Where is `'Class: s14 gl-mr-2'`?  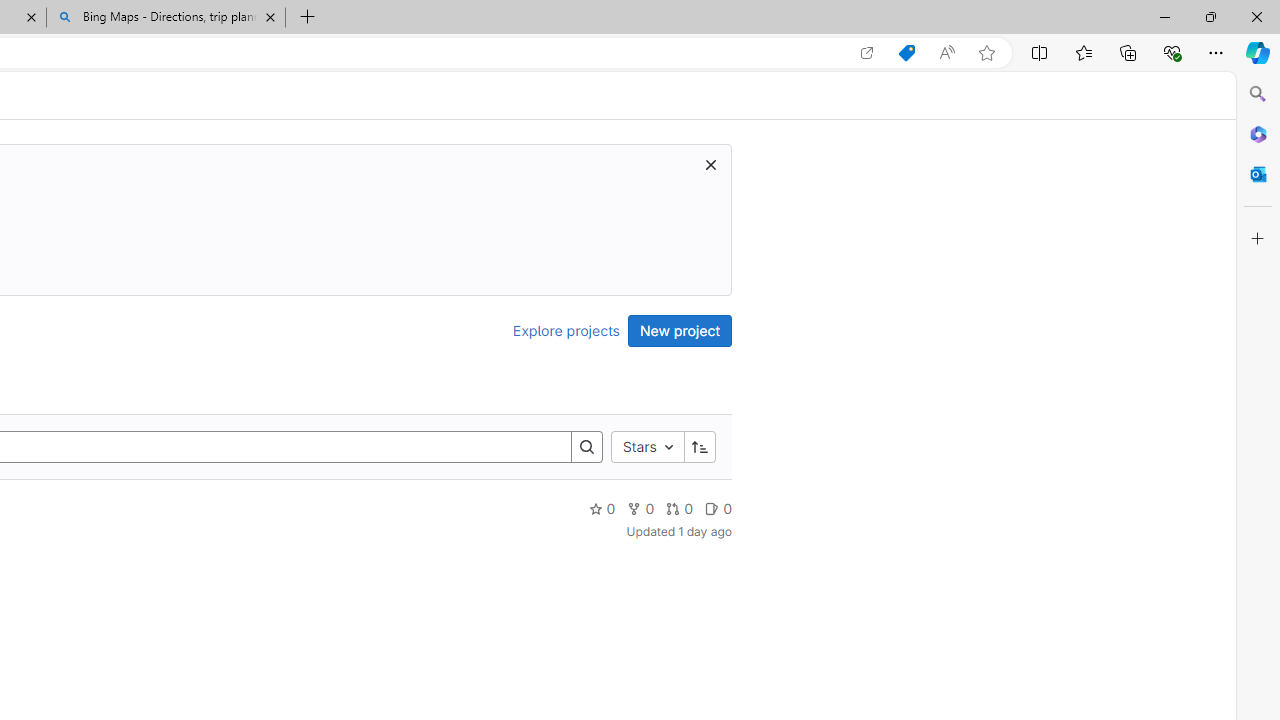
'Class: s14 gl-mr-2' is located at coordinates (712, 507).